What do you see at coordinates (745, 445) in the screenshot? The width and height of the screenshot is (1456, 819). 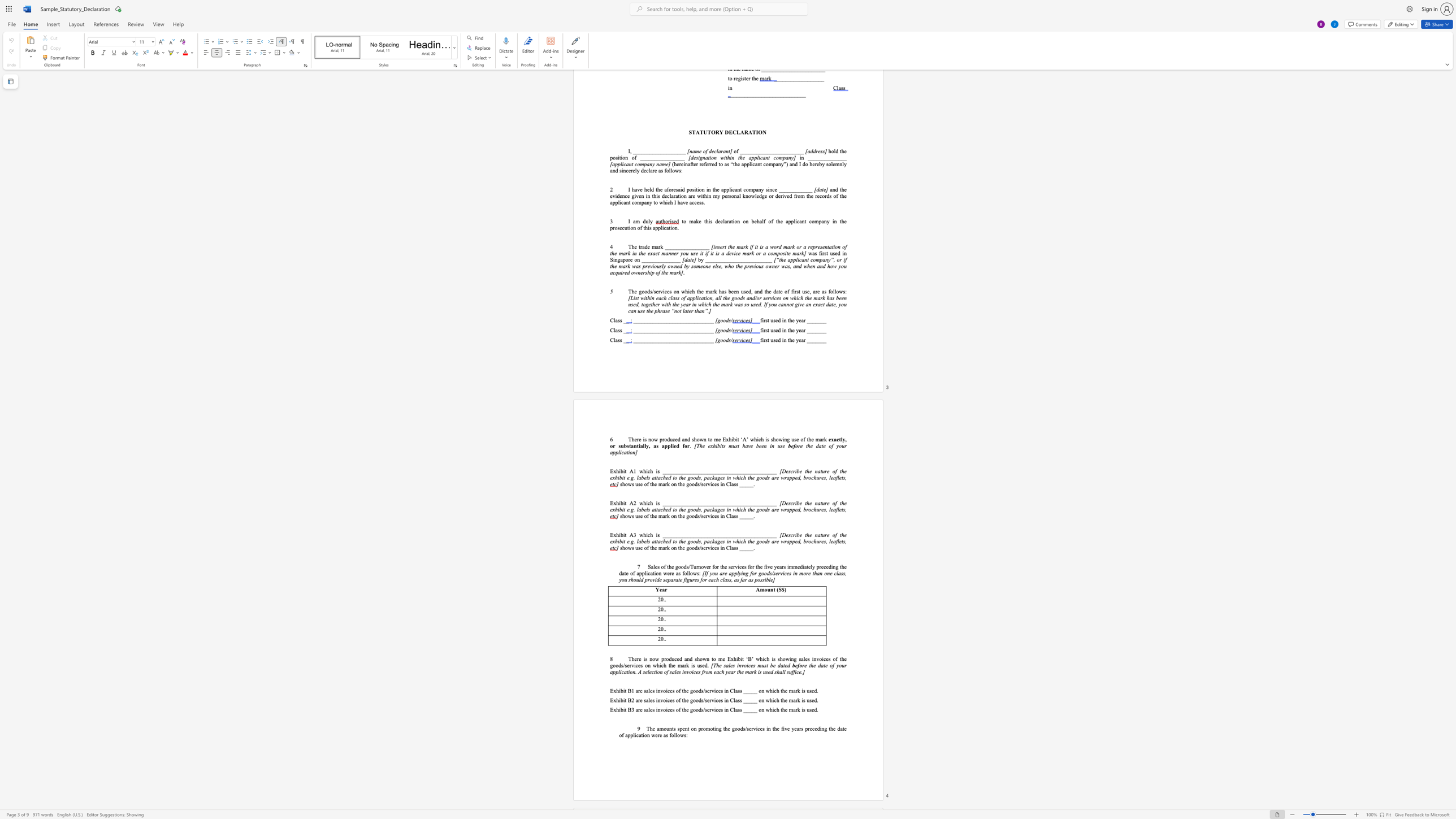 I see `the subset text "ave been in use" within the text "[The exhibits must have been in use"` at bounding box center [745, 445].